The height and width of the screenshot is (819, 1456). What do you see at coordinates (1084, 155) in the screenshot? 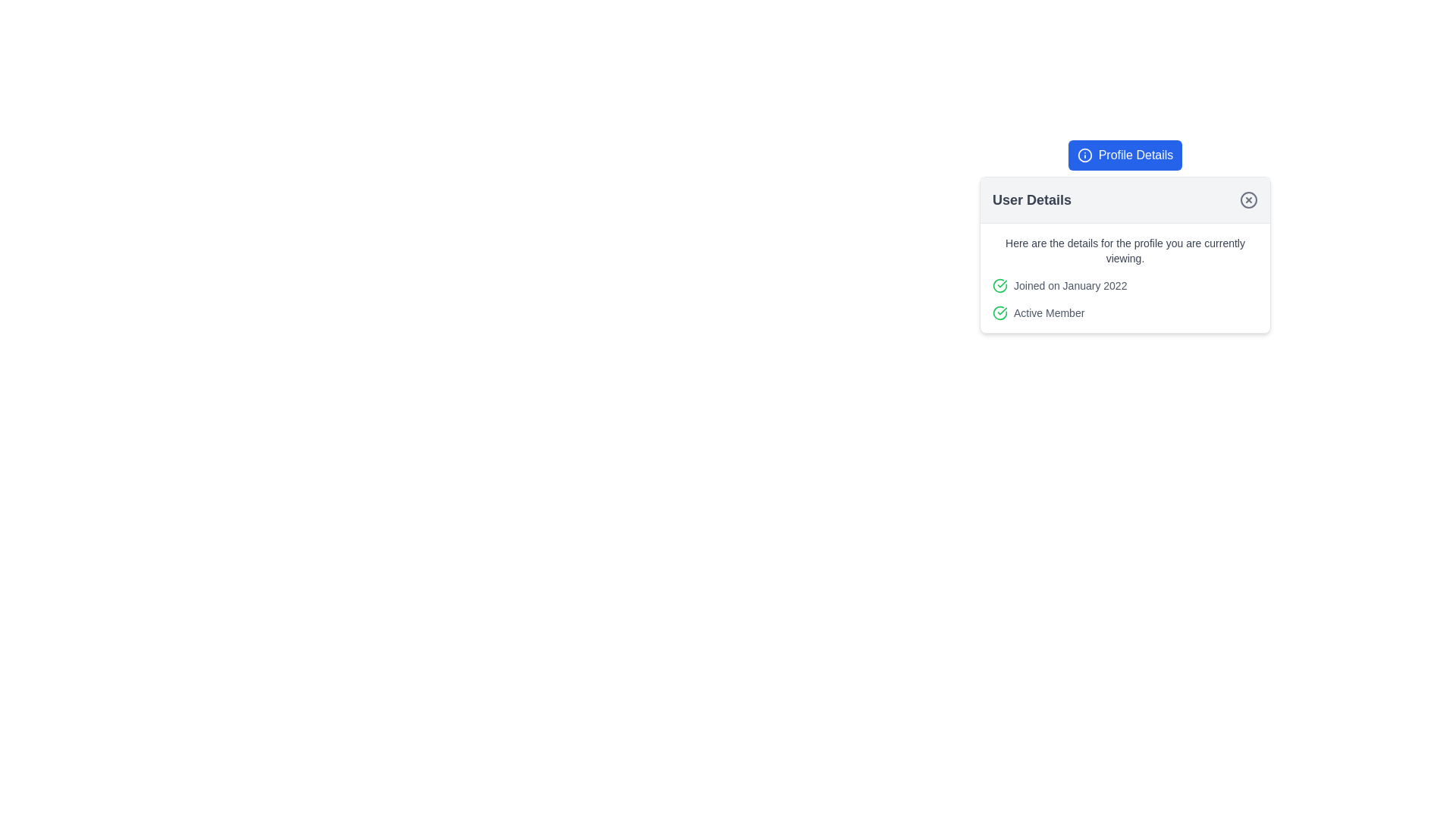
I see `the circular icon with an outlined circle and a vertical line inside it, located to the left of the 'Profile Details' button` at bounding box center [1084, 155].